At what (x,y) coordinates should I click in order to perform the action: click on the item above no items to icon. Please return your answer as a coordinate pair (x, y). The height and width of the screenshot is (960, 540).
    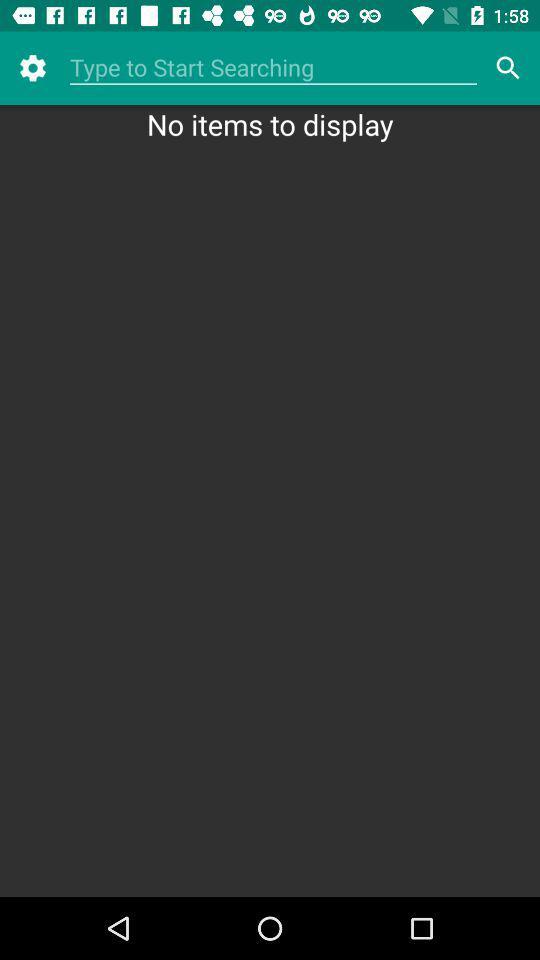
    Looking at the image, I should click on (31, 68).